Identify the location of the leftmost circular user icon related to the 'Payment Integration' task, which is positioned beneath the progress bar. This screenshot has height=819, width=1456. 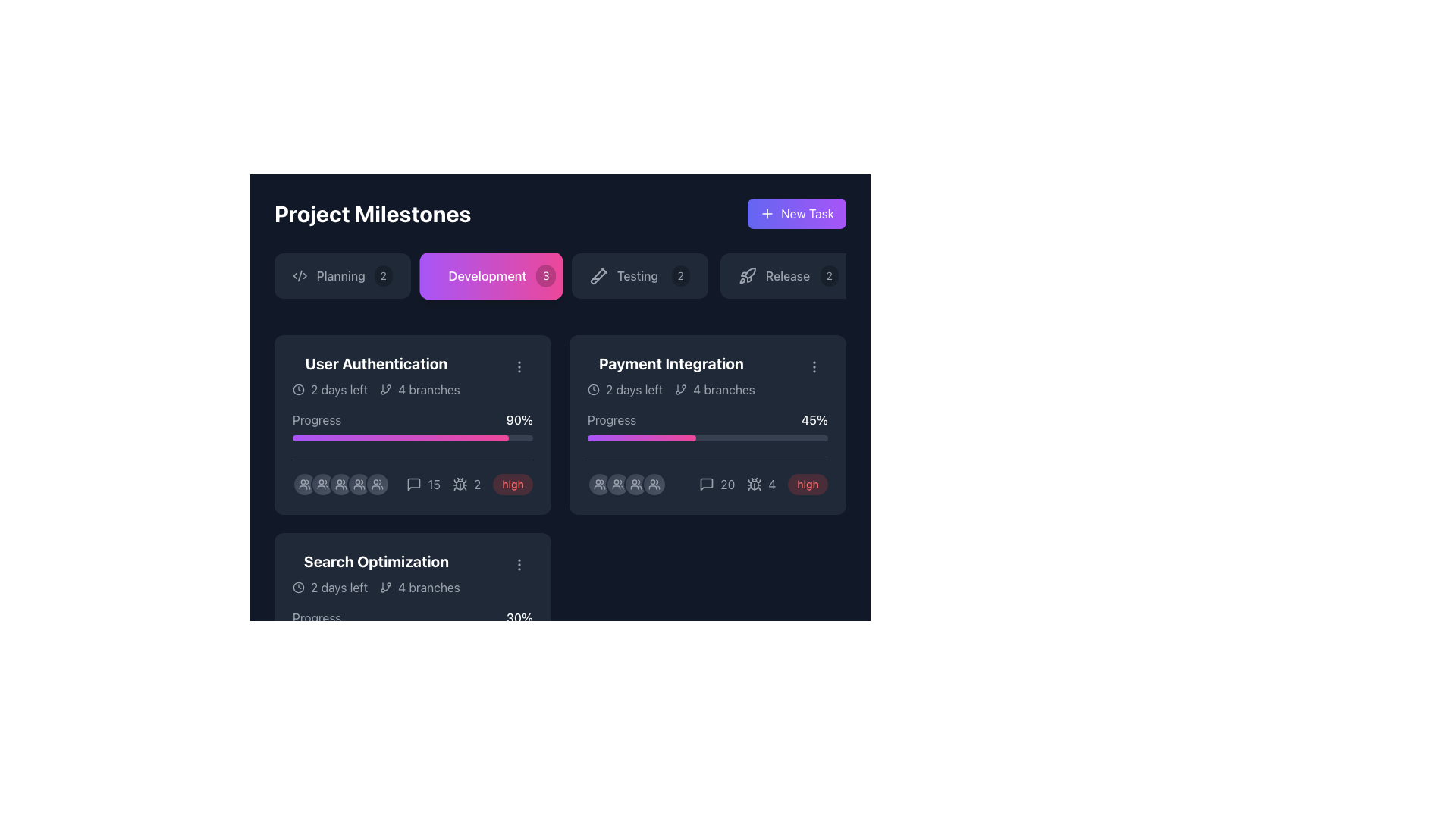
(599, 485).